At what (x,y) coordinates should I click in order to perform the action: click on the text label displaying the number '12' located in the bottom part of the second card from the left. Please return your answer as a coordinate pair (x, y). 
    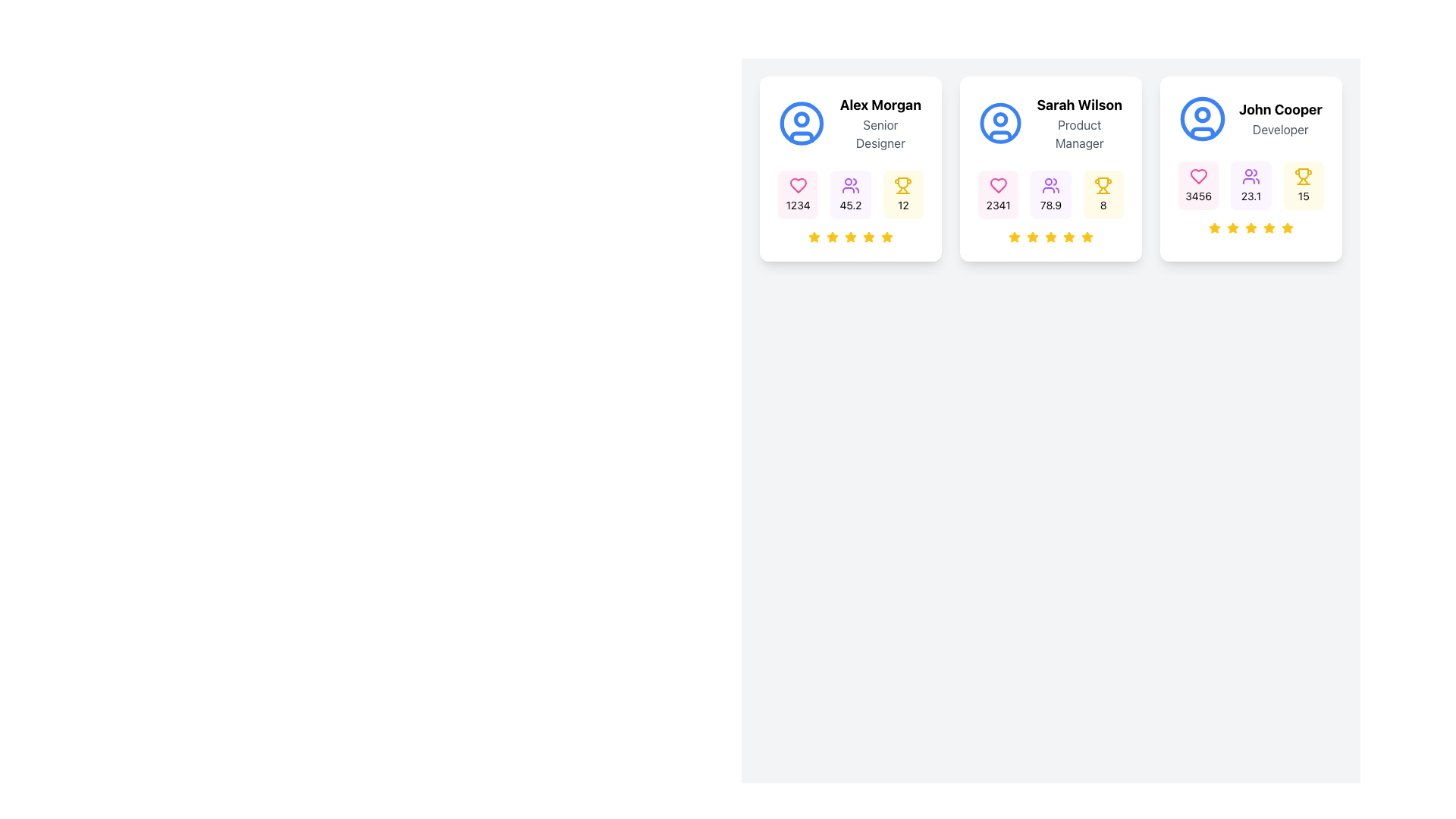
    Looking at the image, I should click on (903, 205).